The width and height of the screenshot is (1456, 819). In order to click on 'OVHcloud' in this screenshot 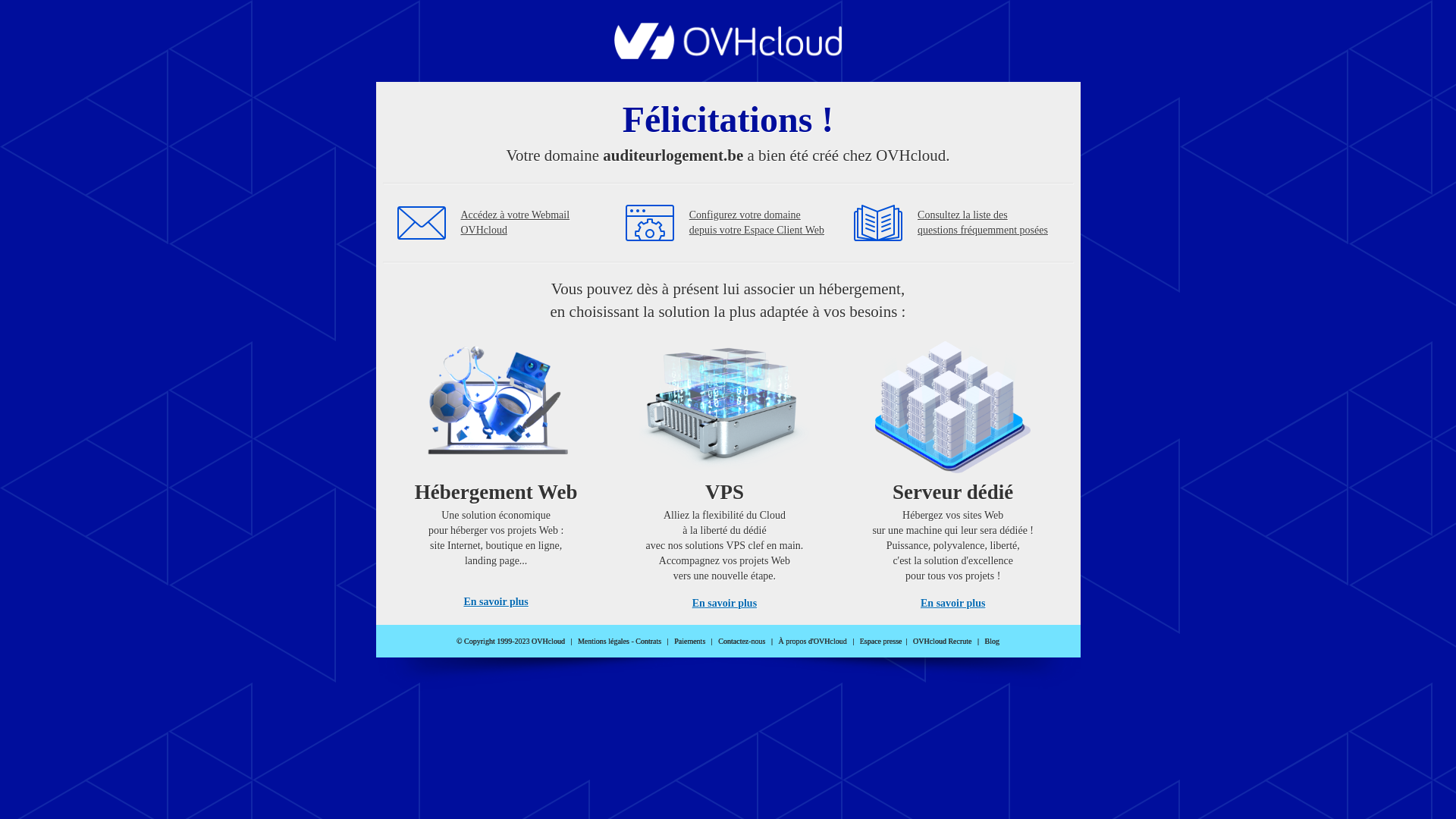, I will do `click(728, 54)`.